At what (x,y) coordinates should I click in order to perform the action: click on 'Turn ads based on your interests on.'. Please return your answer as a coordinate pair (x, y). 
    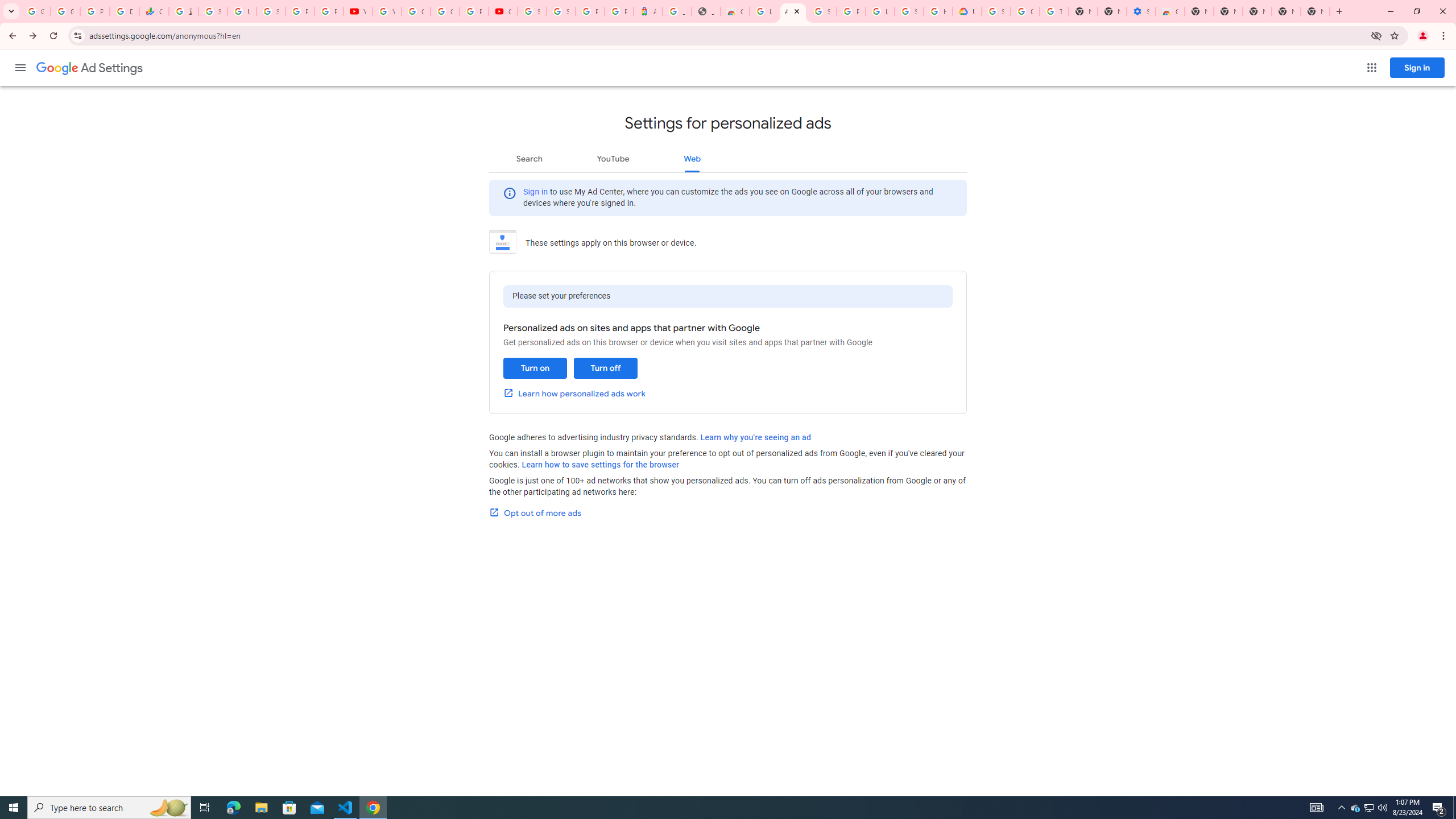
    Looking at the image, I should click on (534, 368).